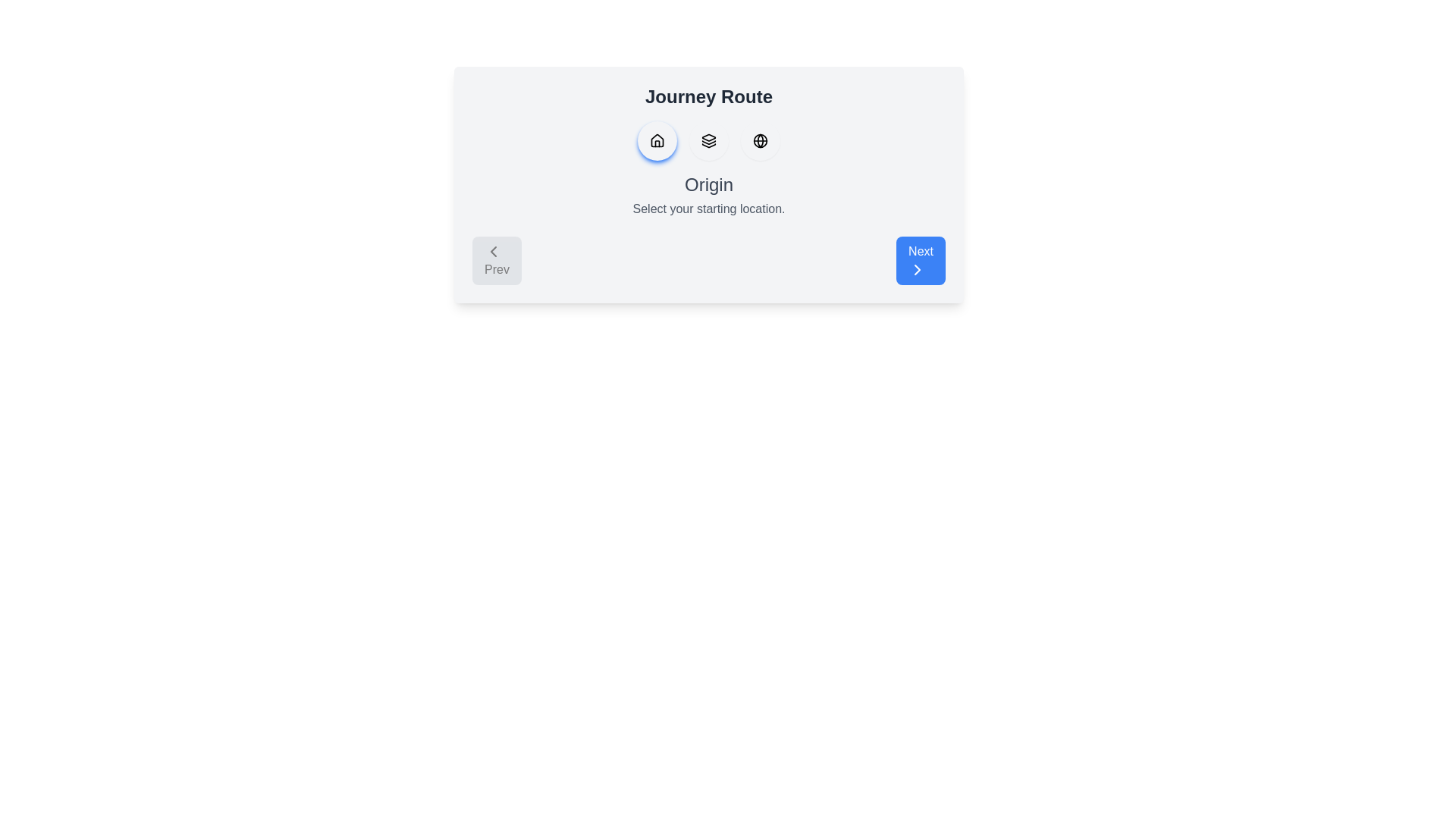 The width and height of the screenshot is (1456, 819). What do you see at coordinates (494, 250) in the screenshot?
I see `the chevron arrow icon that indicates the 'Prev' button, located at the bottom-left corner of the content area` at bounding box center [494, 250].